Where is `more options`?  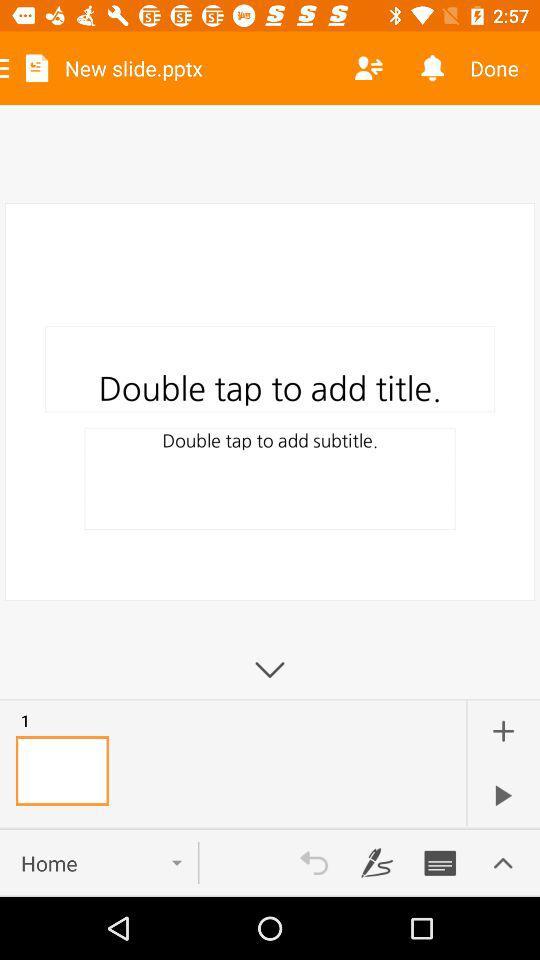
more options is located at coordinates (502, 862).